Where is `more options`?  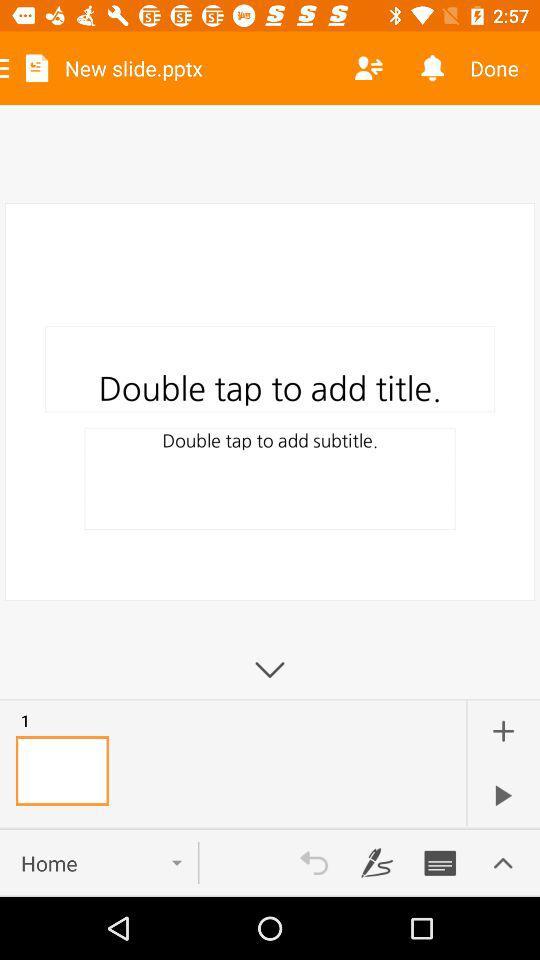
more options is located at coordinates (502, 862).